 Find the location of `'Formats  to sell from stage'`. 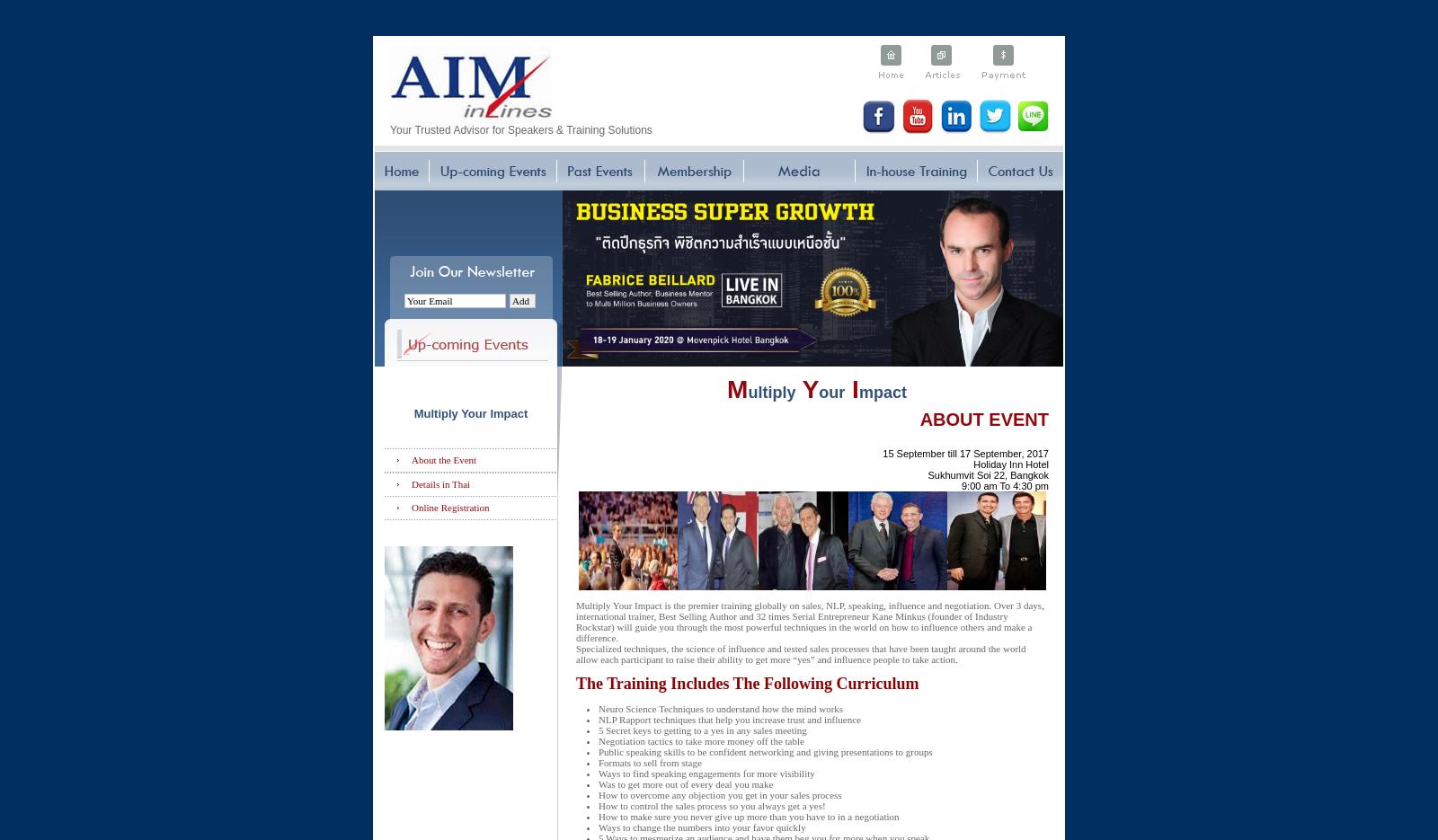

'Formats  to sell from stage' is located at coordinates (650, 762).